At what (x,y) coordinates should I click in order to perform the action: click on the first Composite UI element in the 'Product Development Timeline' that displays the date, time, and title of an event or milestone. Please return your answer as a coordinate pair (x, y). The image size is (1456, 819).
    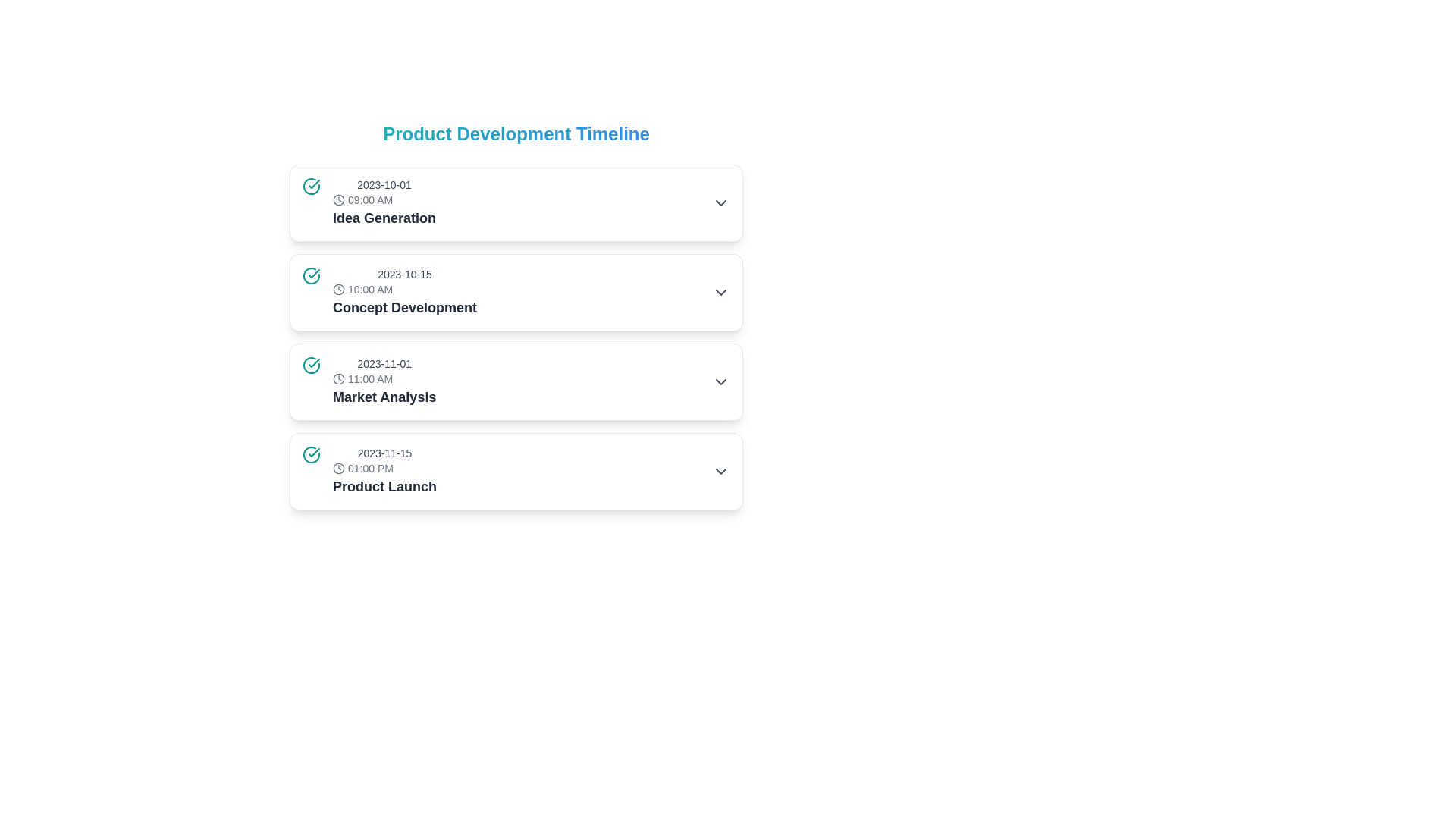
    Looking at the image, I should click on (384, 202).